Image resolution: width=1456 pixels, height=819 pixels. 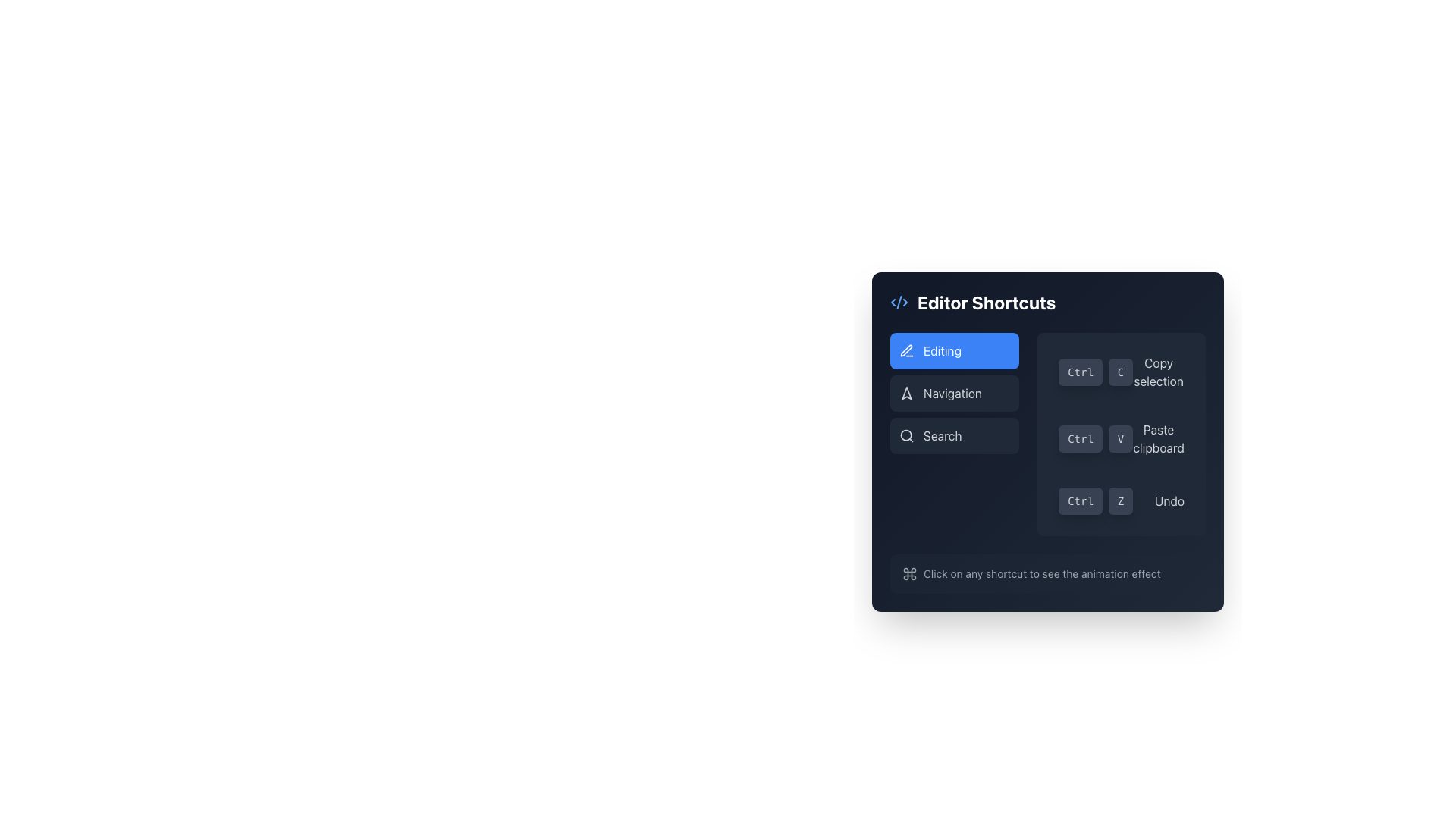 I want to click on the 'Paste clipboard' text label, which is styled in gray and located under the 'Ctrl V' shortcut button in the 'Editor Shortcuts' interface, so click(x=1158, y=438).